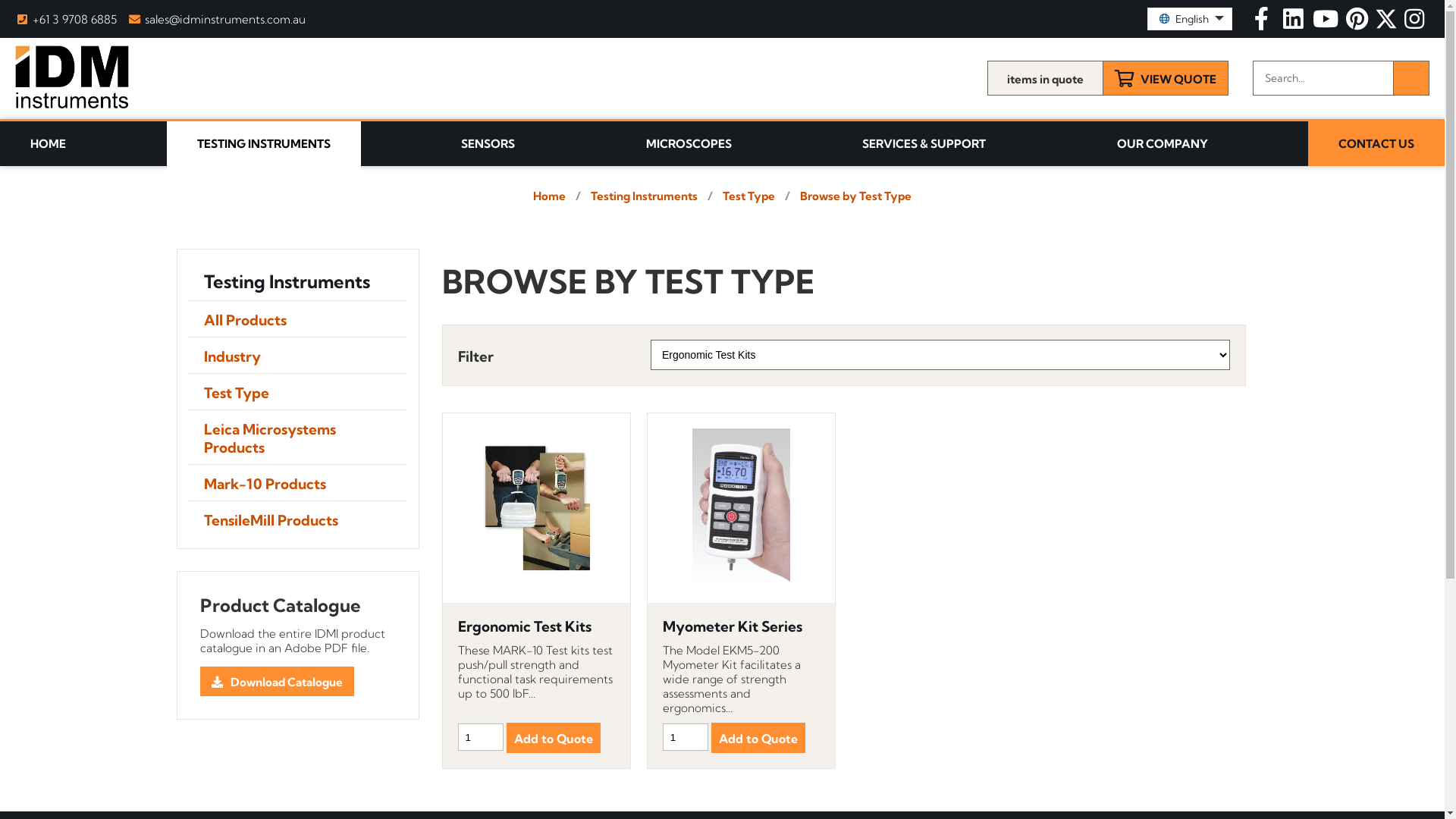 Image resolution: width=1456 pixels, height=819 pixels. Describe the element at coordinates (1414, 23) in the screenshot. I see `'IDM Instruments on Instagram'` at that location.